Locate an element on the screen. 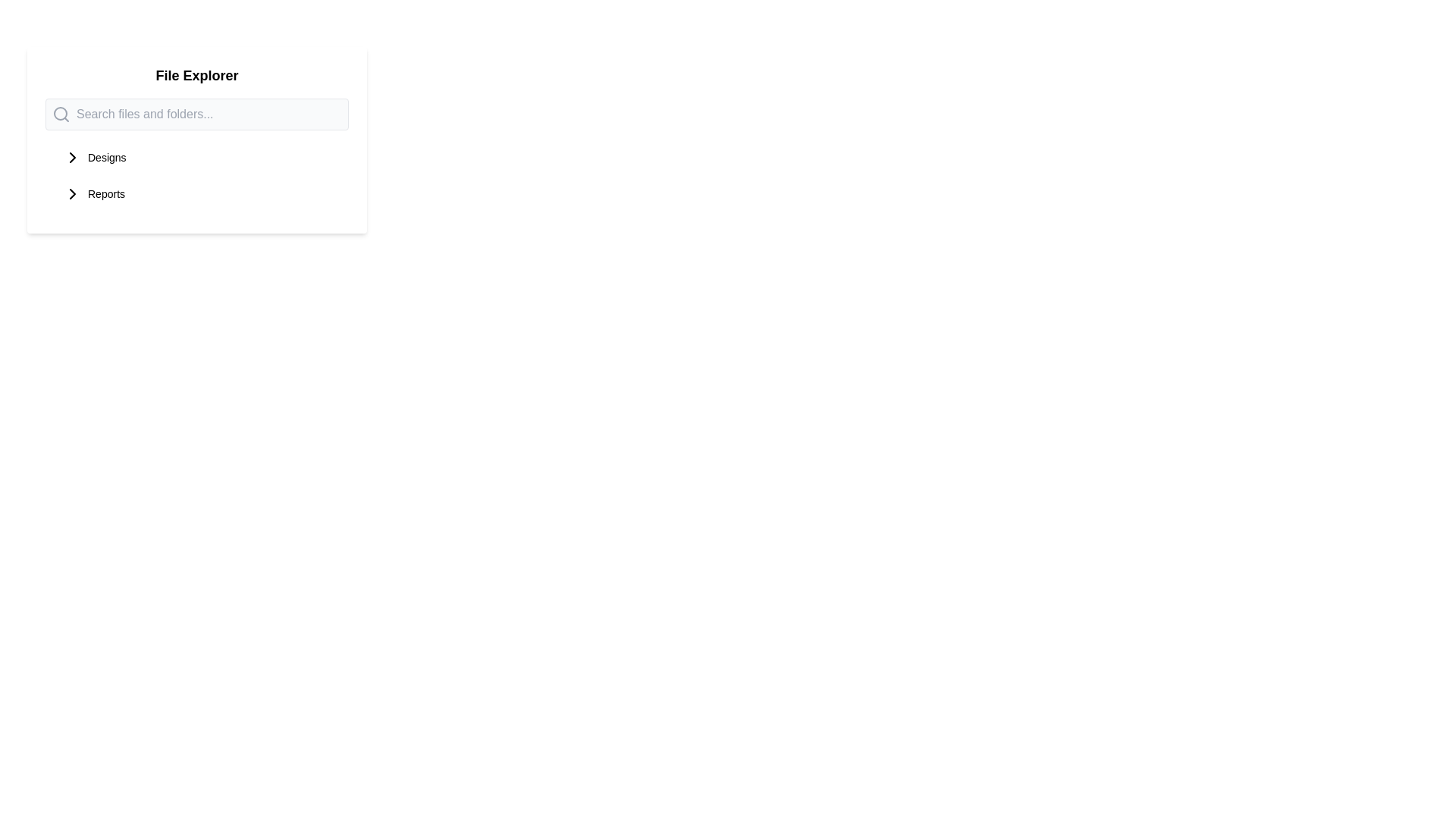  the 'Reports' text label in the file navigation menu is located at coordinates (105, 193).